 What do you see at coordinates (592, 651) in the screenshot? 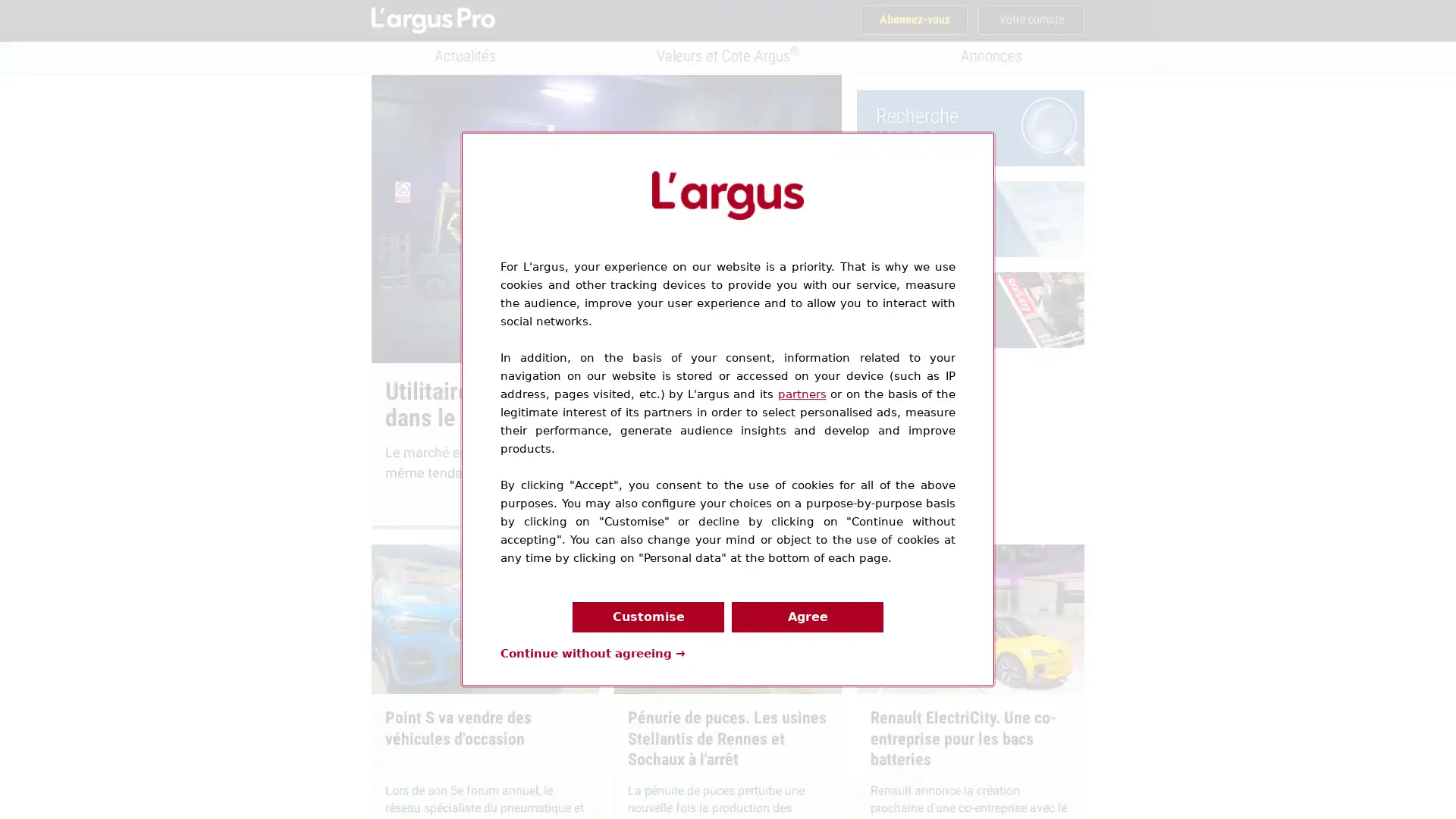
I see `Continue without agreeing` at bounding box center [592, 651].